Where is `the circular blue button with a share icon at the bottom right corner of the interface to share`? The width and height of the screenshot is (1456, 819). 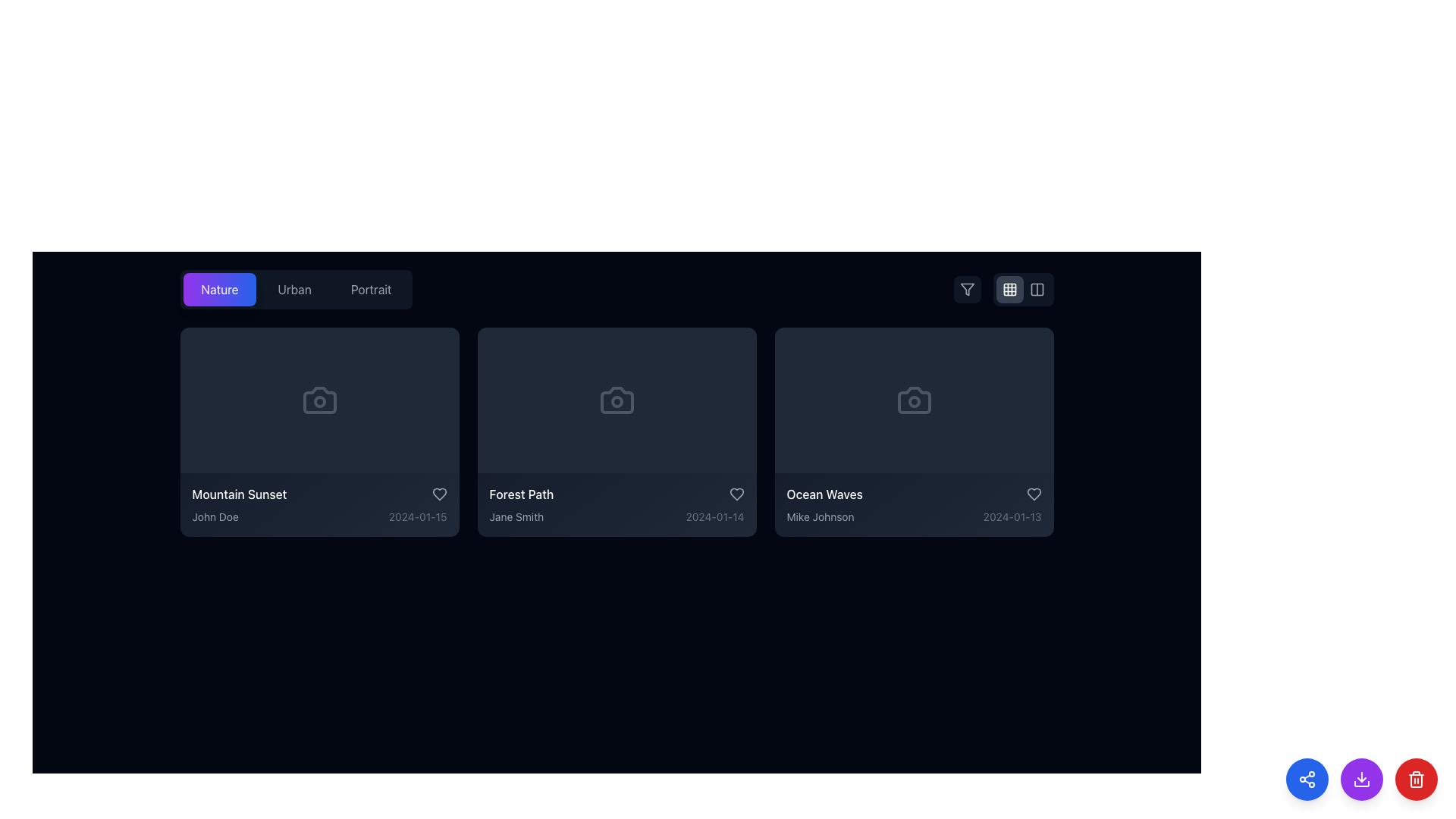 the circular blue button with a share icon at the bottom right corner of the interface to share is located at coordinates (1306, 780).